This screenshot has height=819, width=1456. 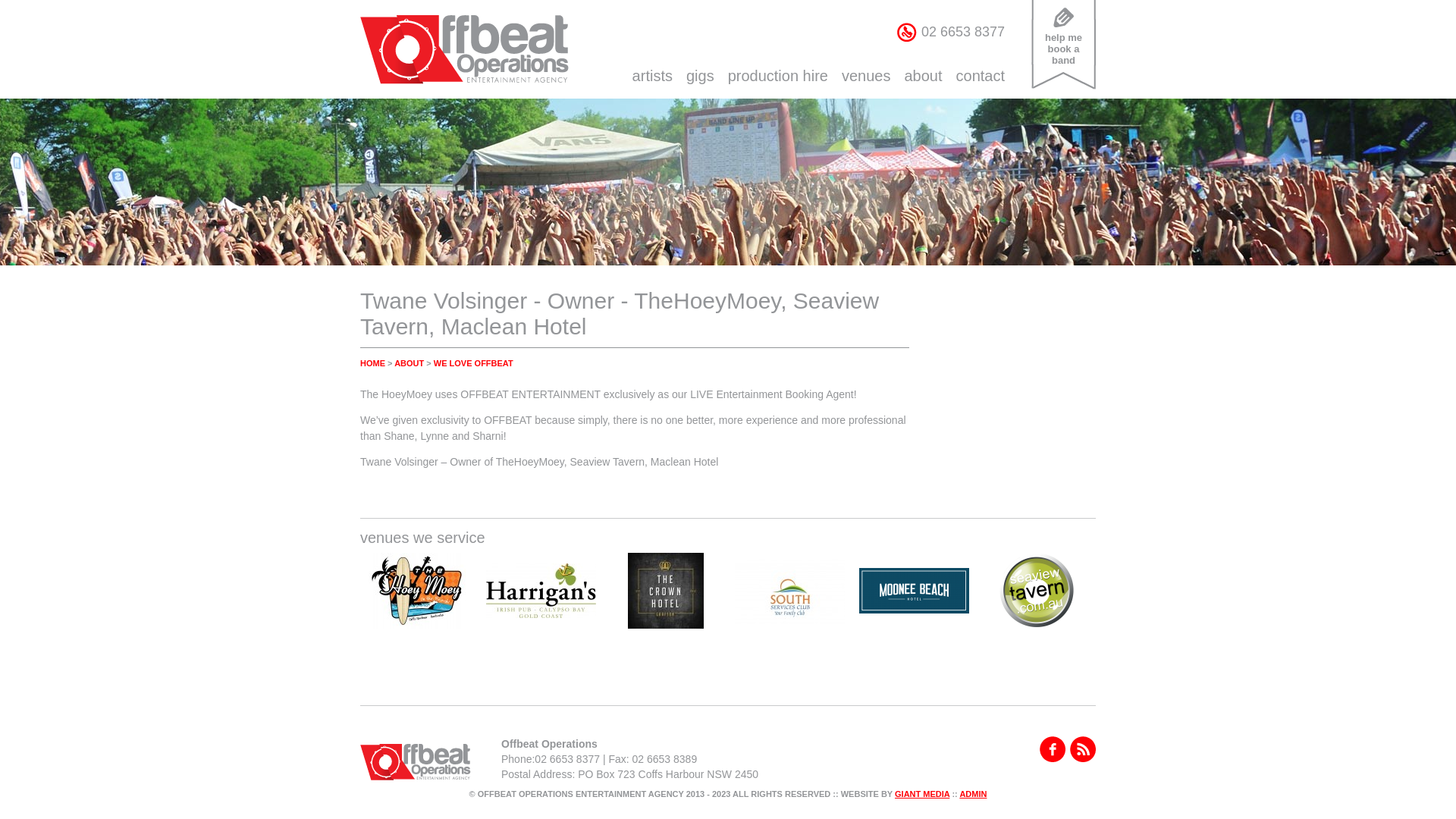 I want to click on 'WE LOVE OFFBEAT', so click(x=472, y=362).